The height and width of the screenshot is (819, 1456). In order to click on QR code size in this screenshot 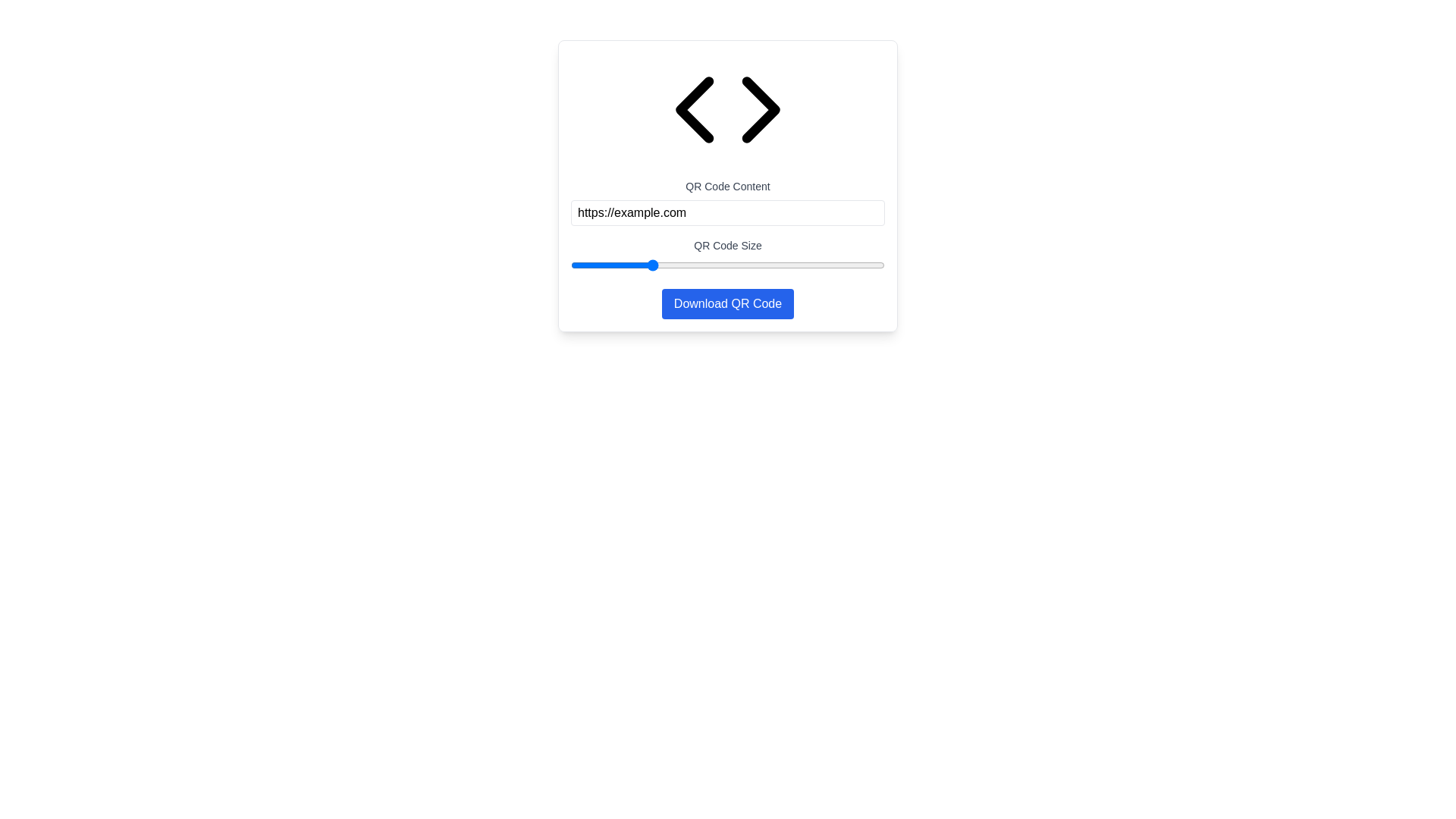, I will do `click(629, 265)`.